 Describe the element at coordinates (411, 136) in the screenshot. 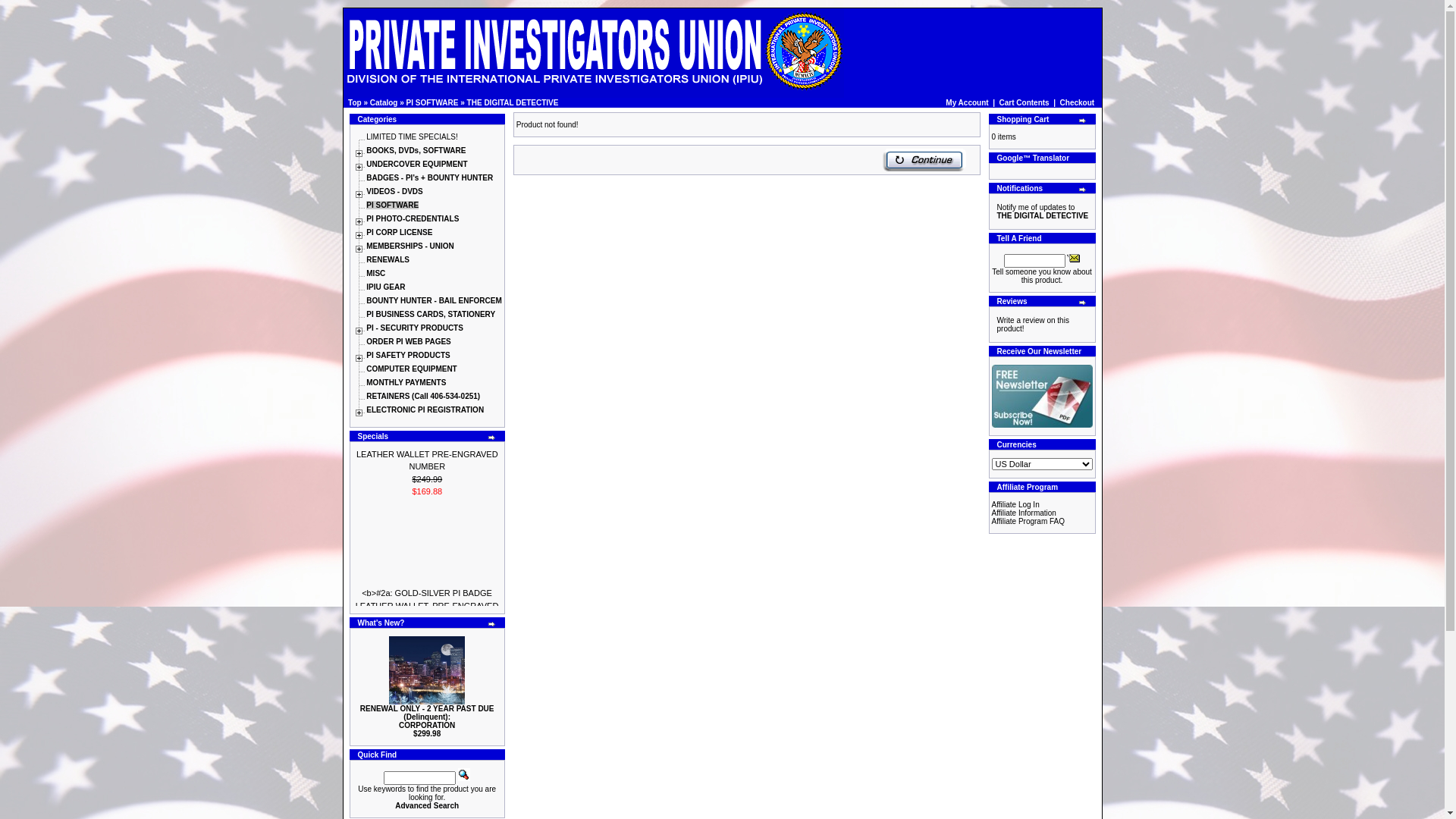

I see `'LIMITED TIME SPECIALS!'` at that location.